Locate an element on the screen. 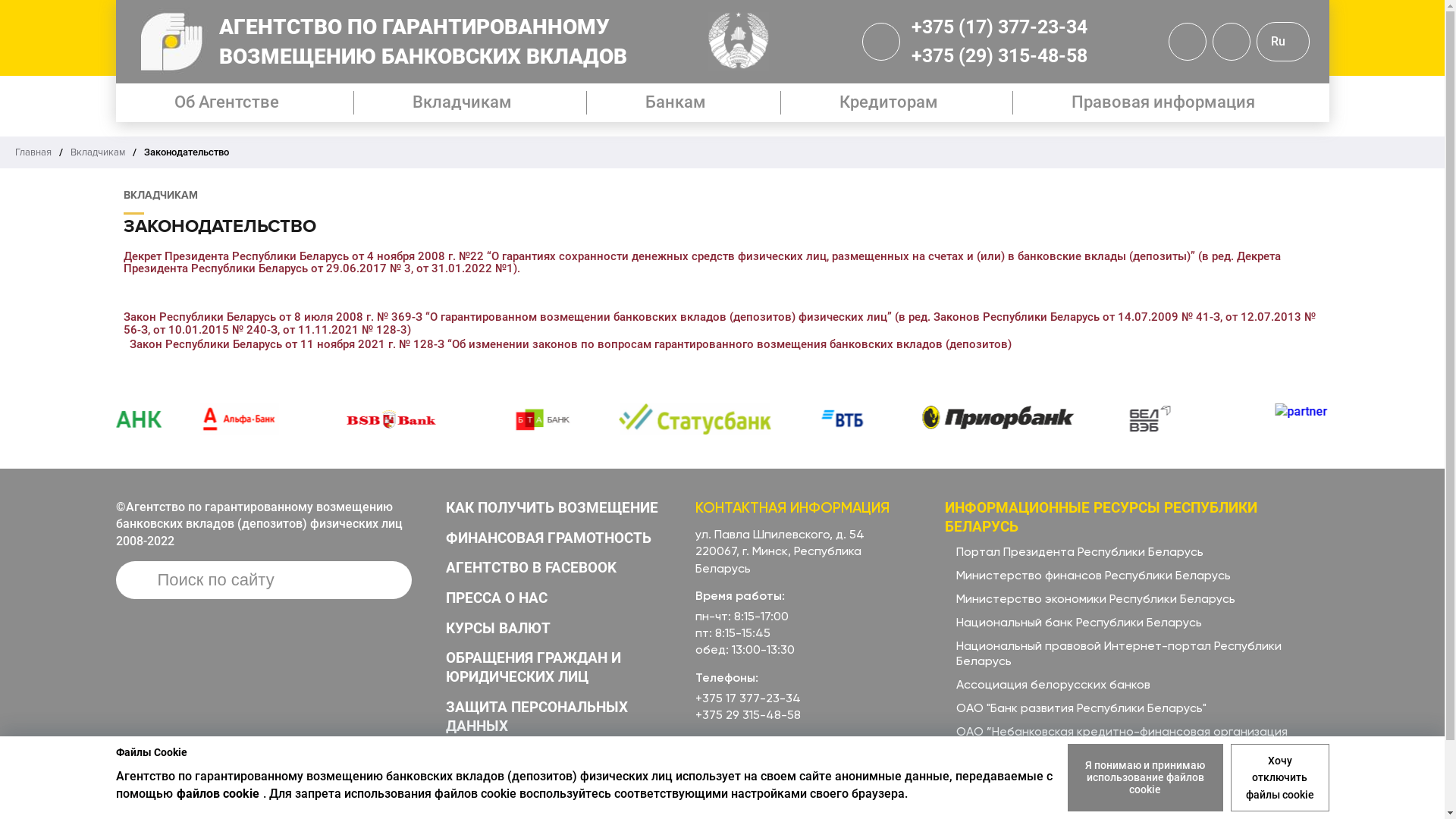 This screenshot has height=819, width=1456. '+375 (17) 377-23-34' is located at coordinates (999, 27).